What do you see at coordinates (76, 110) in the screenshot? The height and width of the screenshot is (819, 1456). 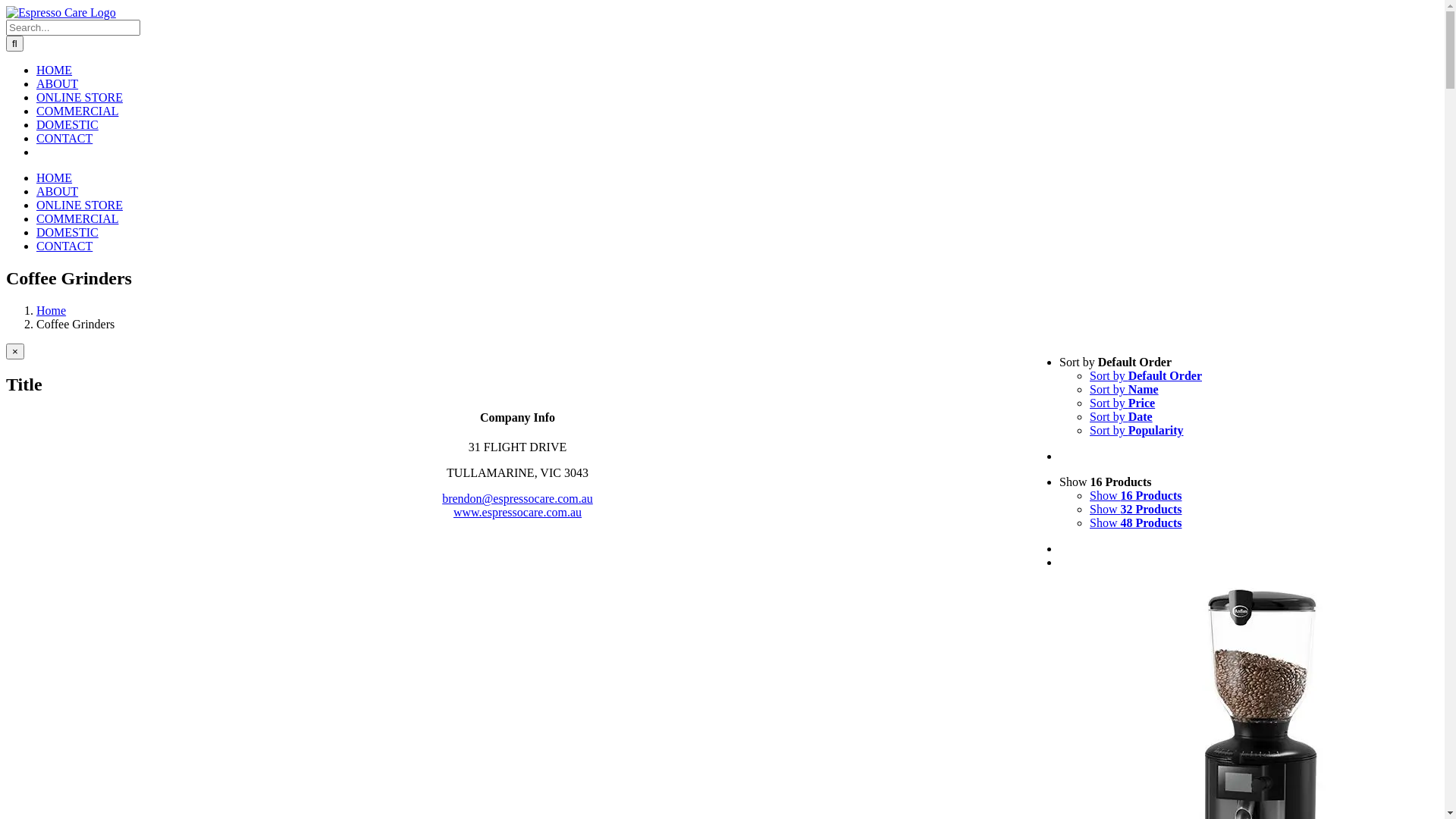 I see `'COMMERCIAL'` at bounding box center [76, 110].